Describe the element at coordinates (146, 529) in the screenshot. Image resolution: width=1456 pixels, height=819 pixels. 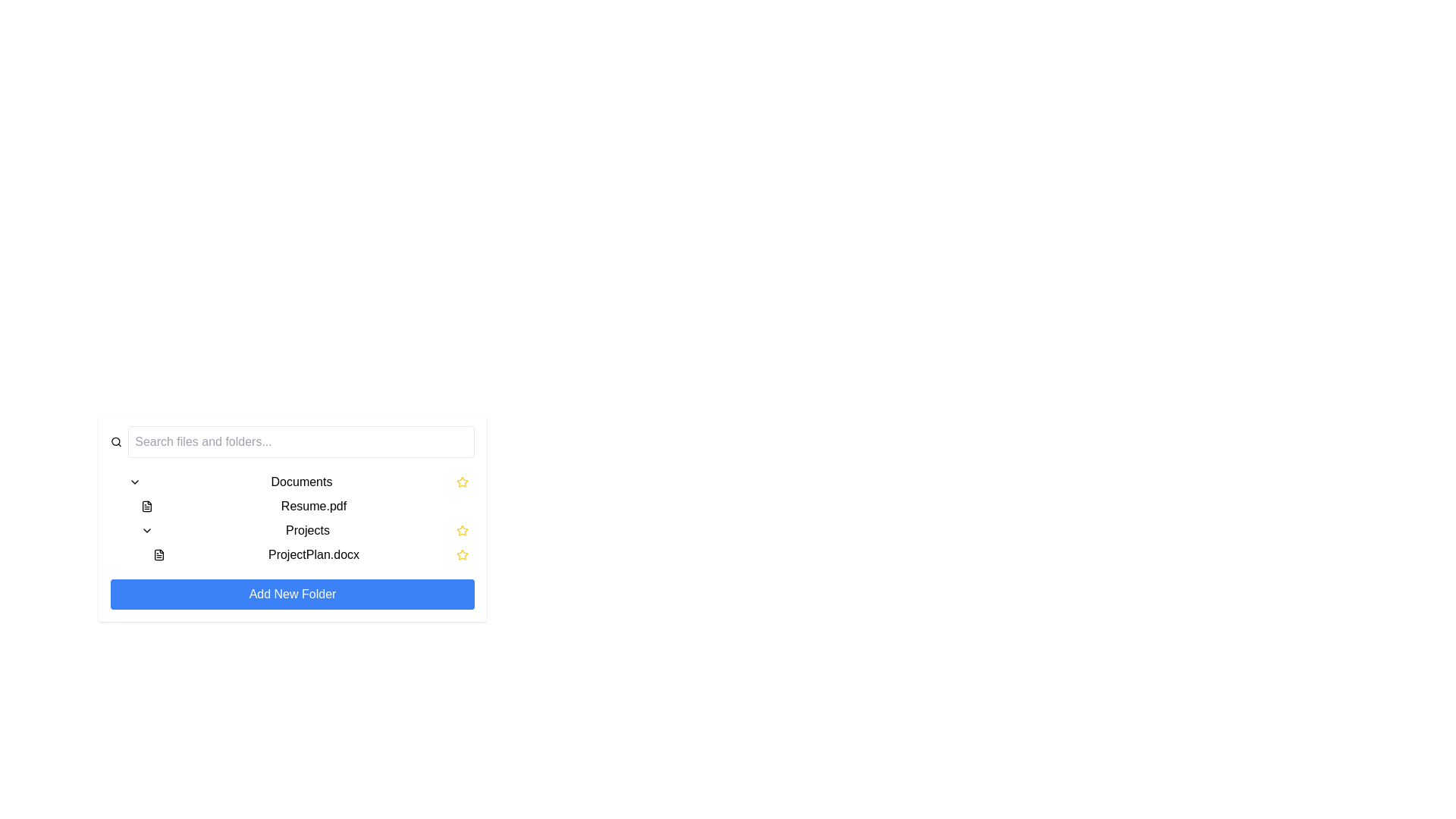
I see `the chevron icon to the left of the 'Projects' text` at that location.